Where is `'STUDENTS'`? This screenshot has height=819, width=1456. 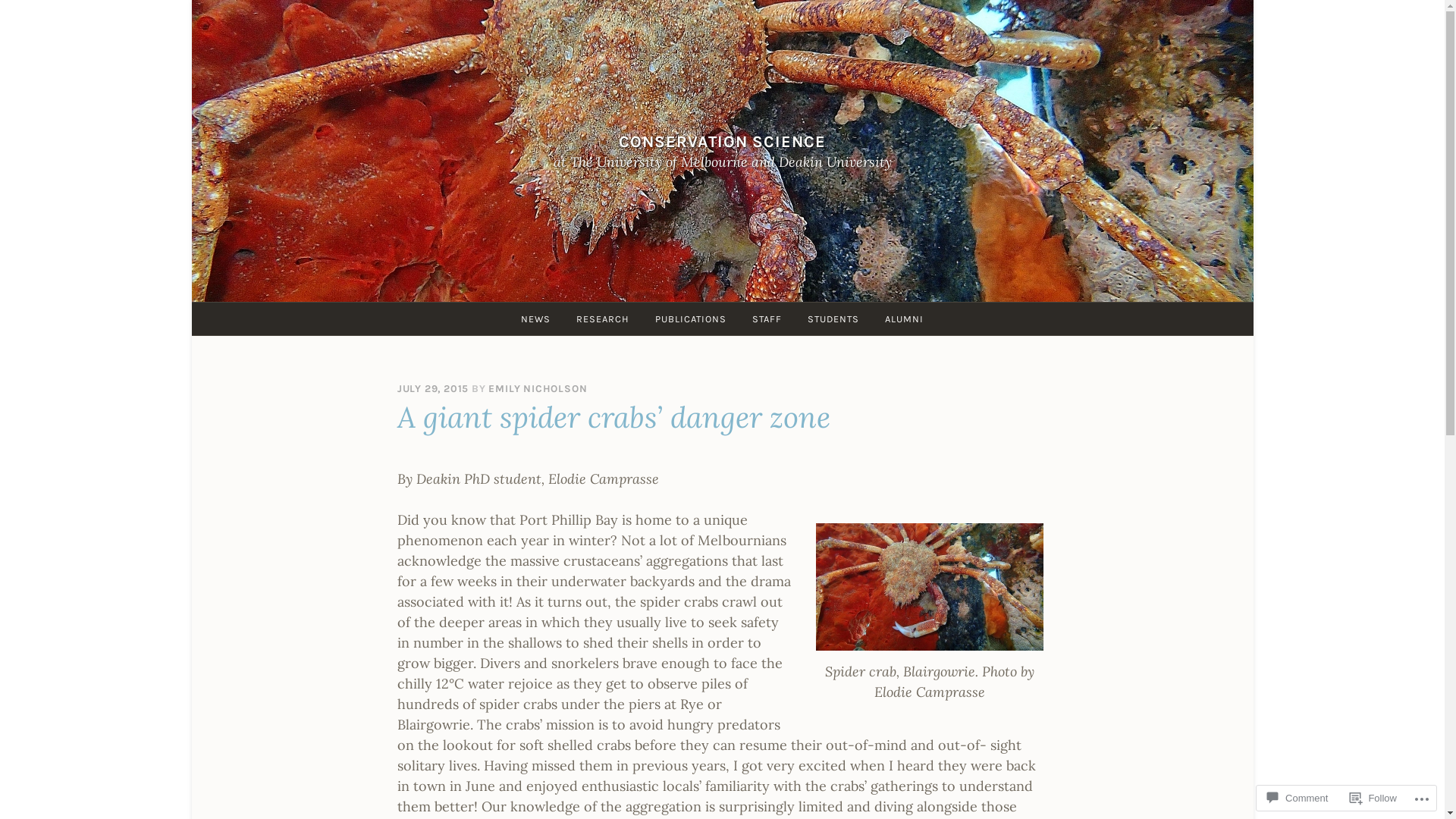 'STUDENTS' is located at coordinates (833, 318).